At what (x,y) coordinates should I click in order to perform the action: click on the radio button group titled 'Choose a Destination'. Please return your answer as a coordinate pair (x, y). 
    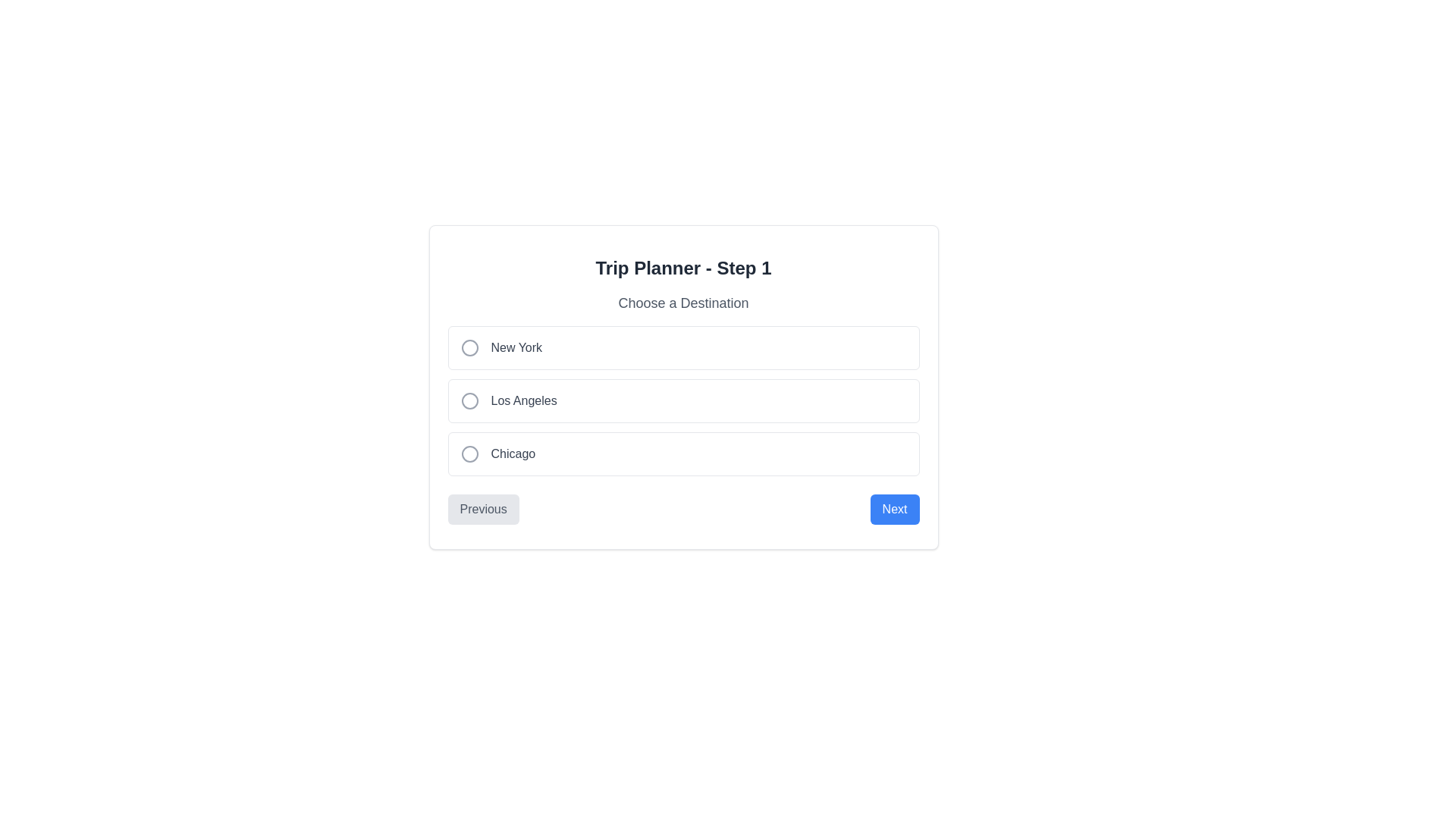
    Looking at the image, I should click on (682, 400).